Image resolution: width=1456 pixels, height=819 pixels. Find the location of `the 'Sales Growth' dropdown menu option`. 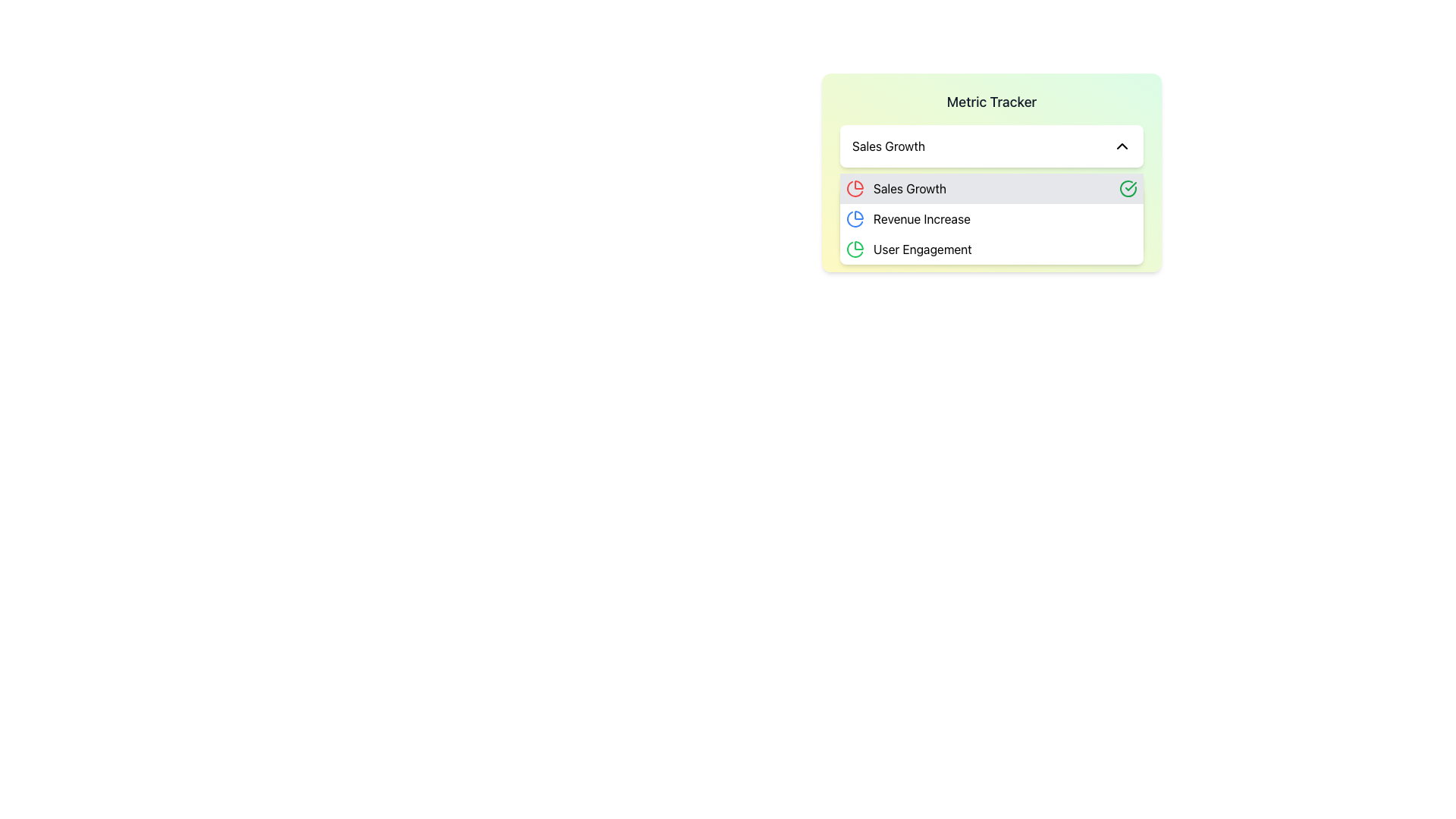

the 'Sales Growth' dropdown menu option is located at coordinates (992, 188).